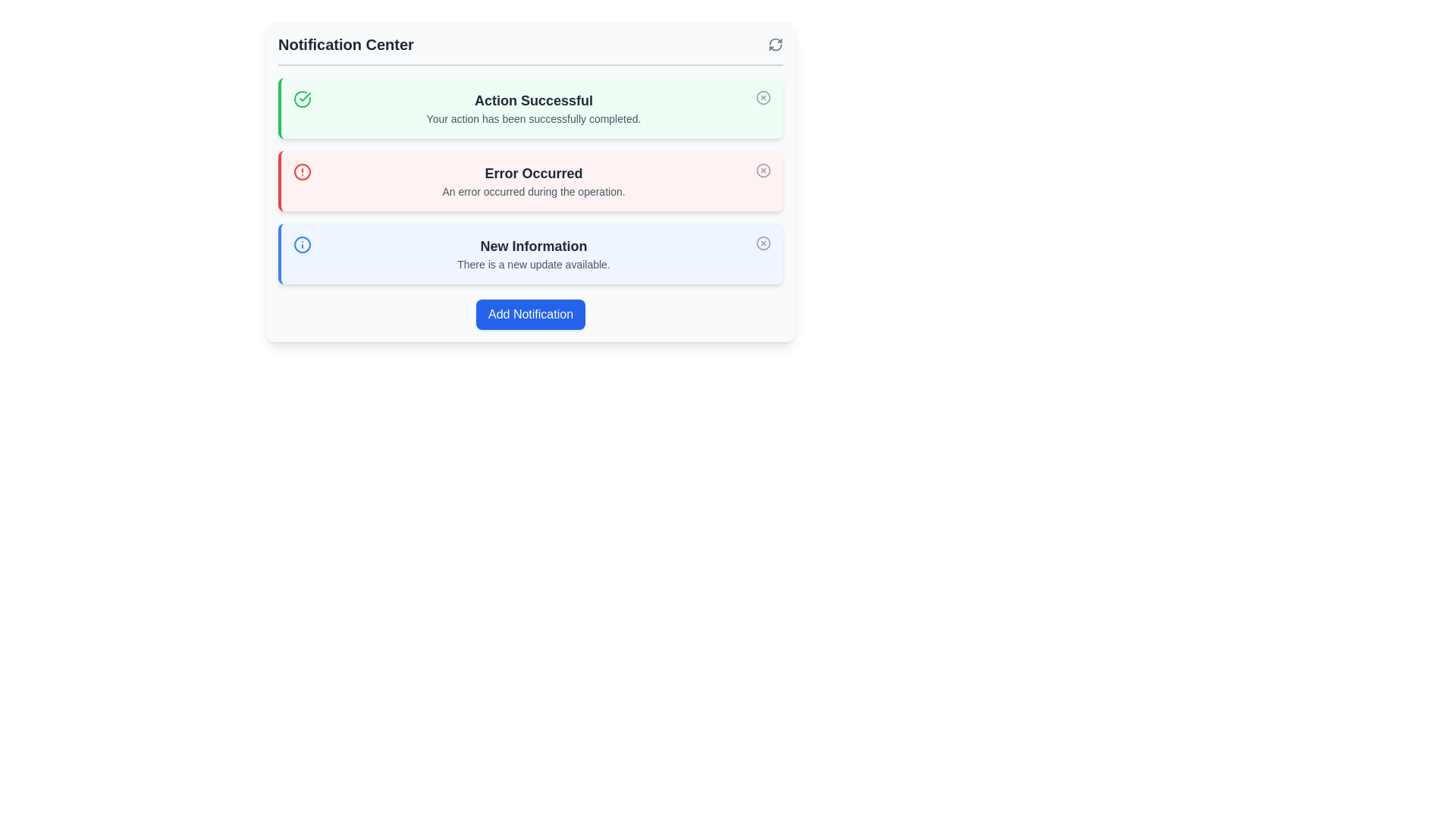 The width and height of the screenshot is (1456, 819). Describe the element at coordinates (764, 242) in the screenshot. I see `the small gray circle button with an 'X' mark located in the top-right corner of the bottommost notification card` at that location.